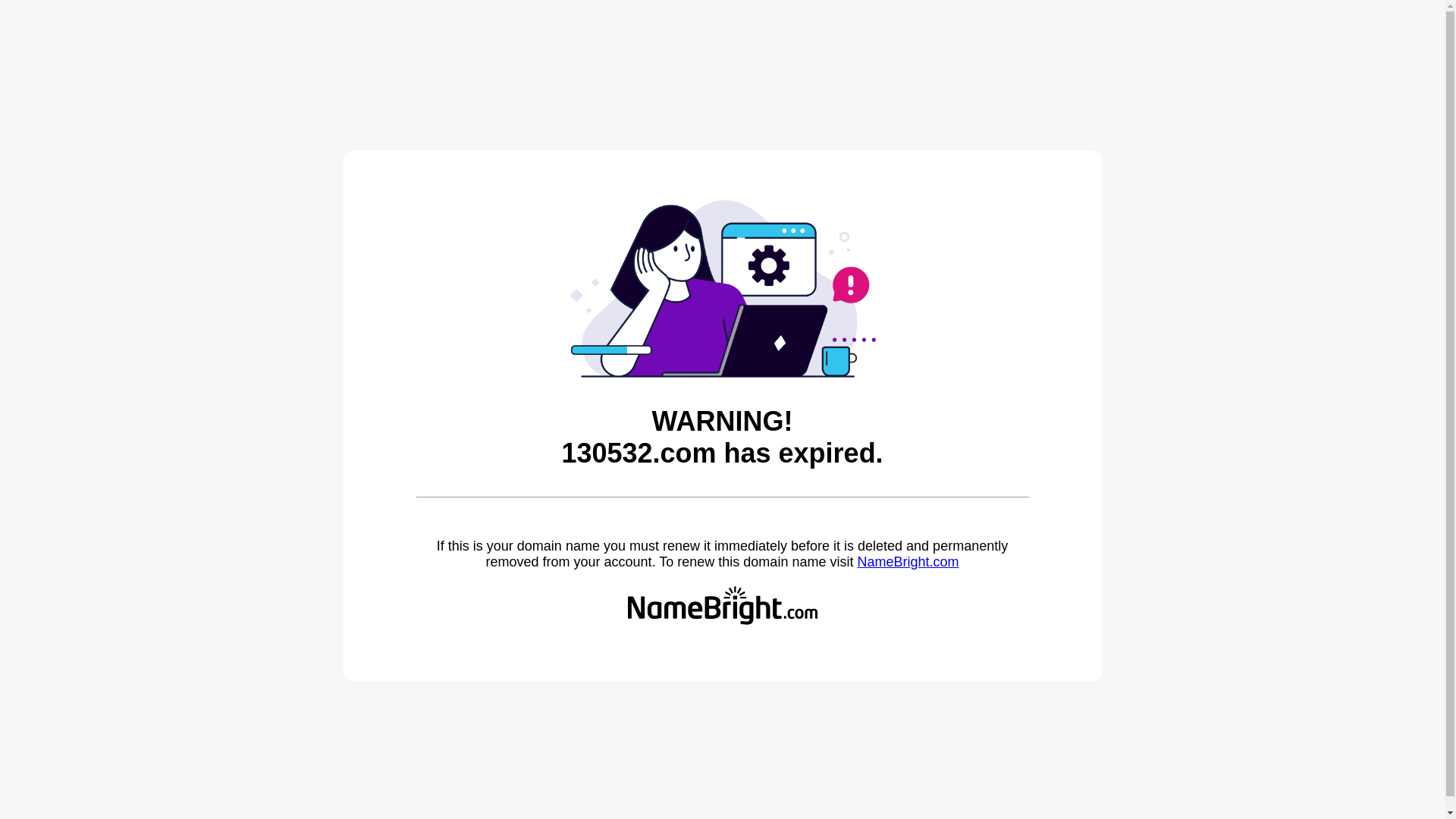 The width and height of the screenshot is (1456, 819). I want to click on 'NameBright.com', so click(856, 561).